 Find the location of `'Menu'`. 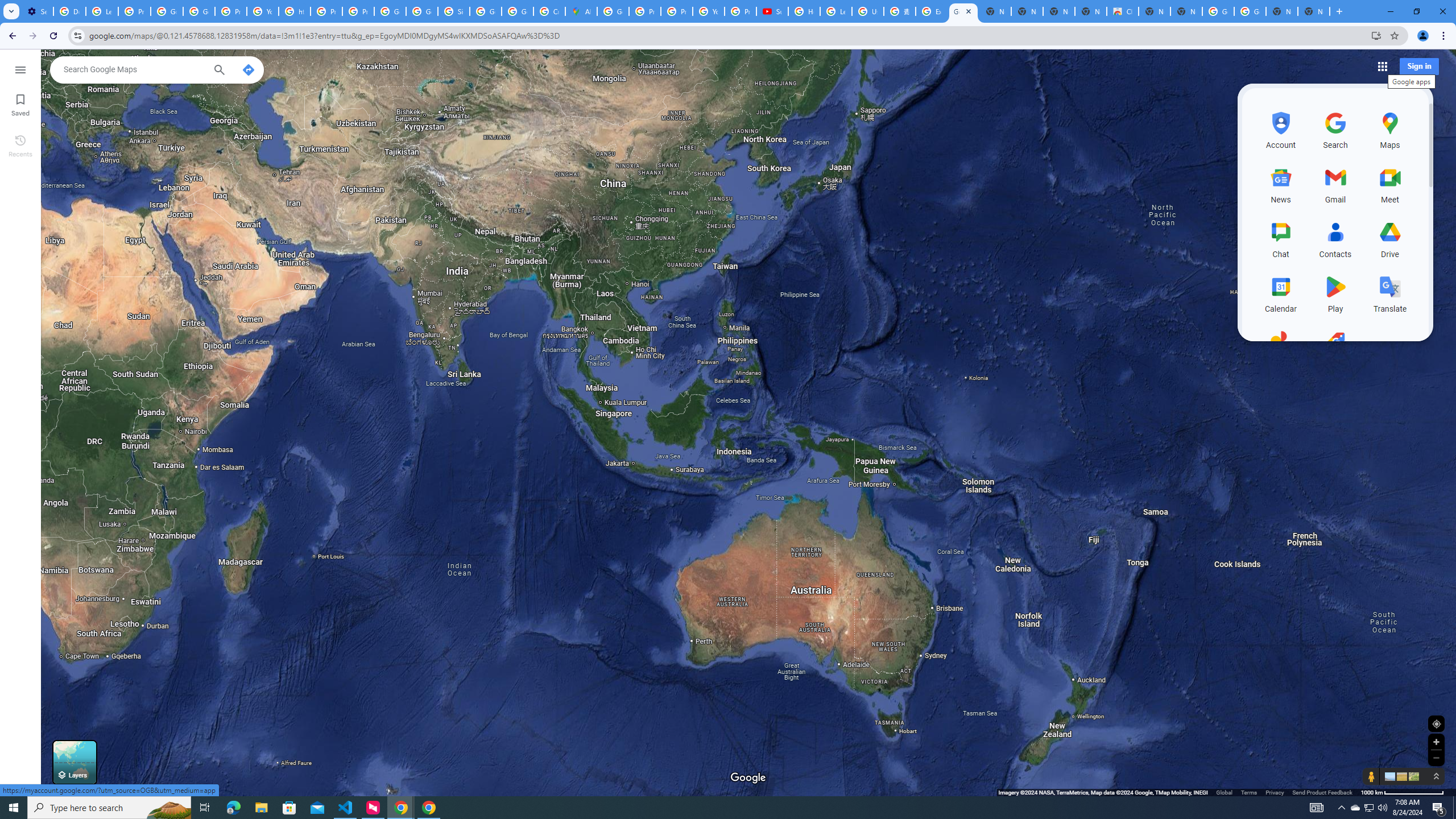

'Menu' is located at coordinates (19, 68).